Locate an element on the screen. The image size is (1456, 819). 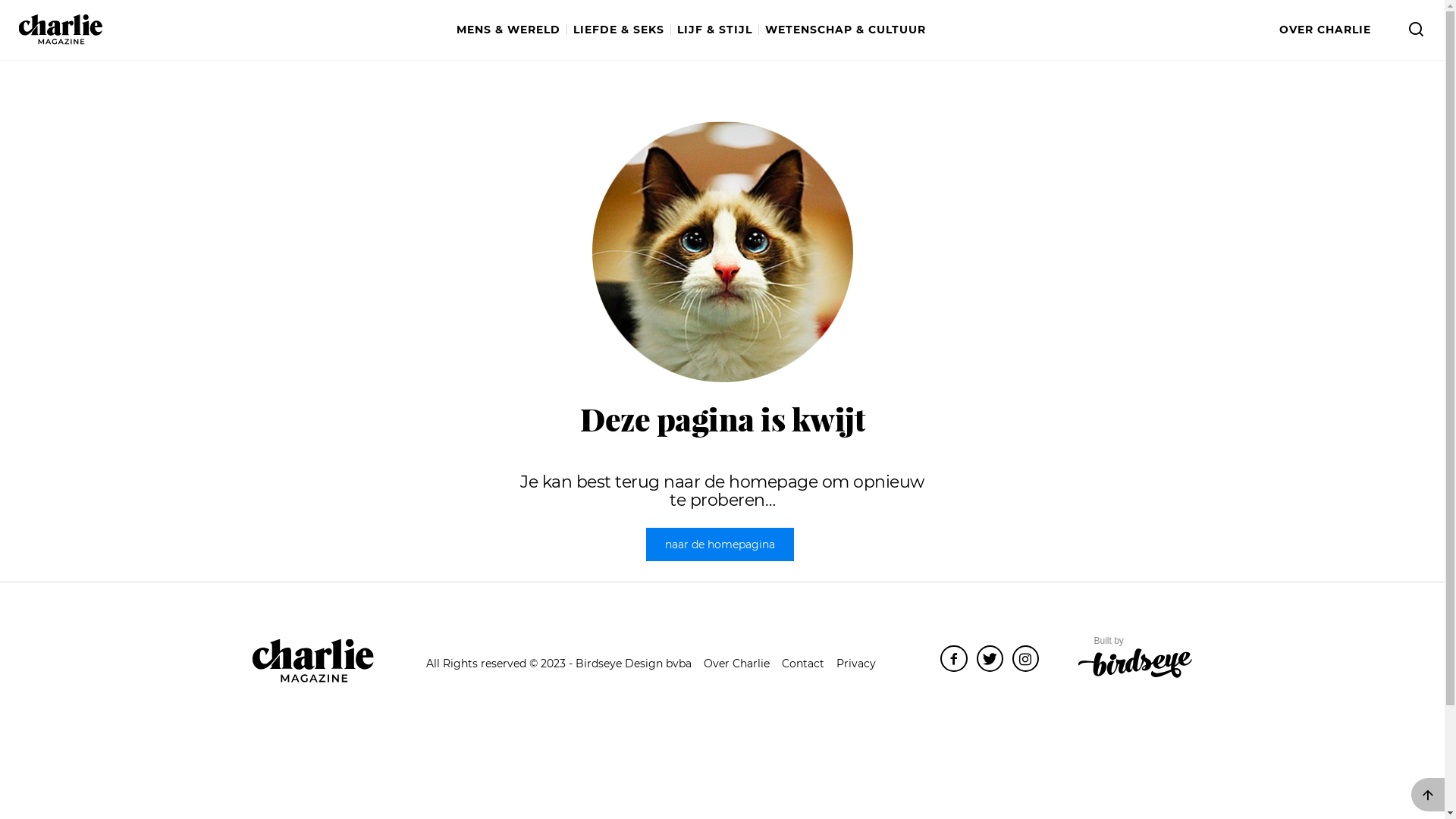
'Built by' is located at coordinates (1135, 657).